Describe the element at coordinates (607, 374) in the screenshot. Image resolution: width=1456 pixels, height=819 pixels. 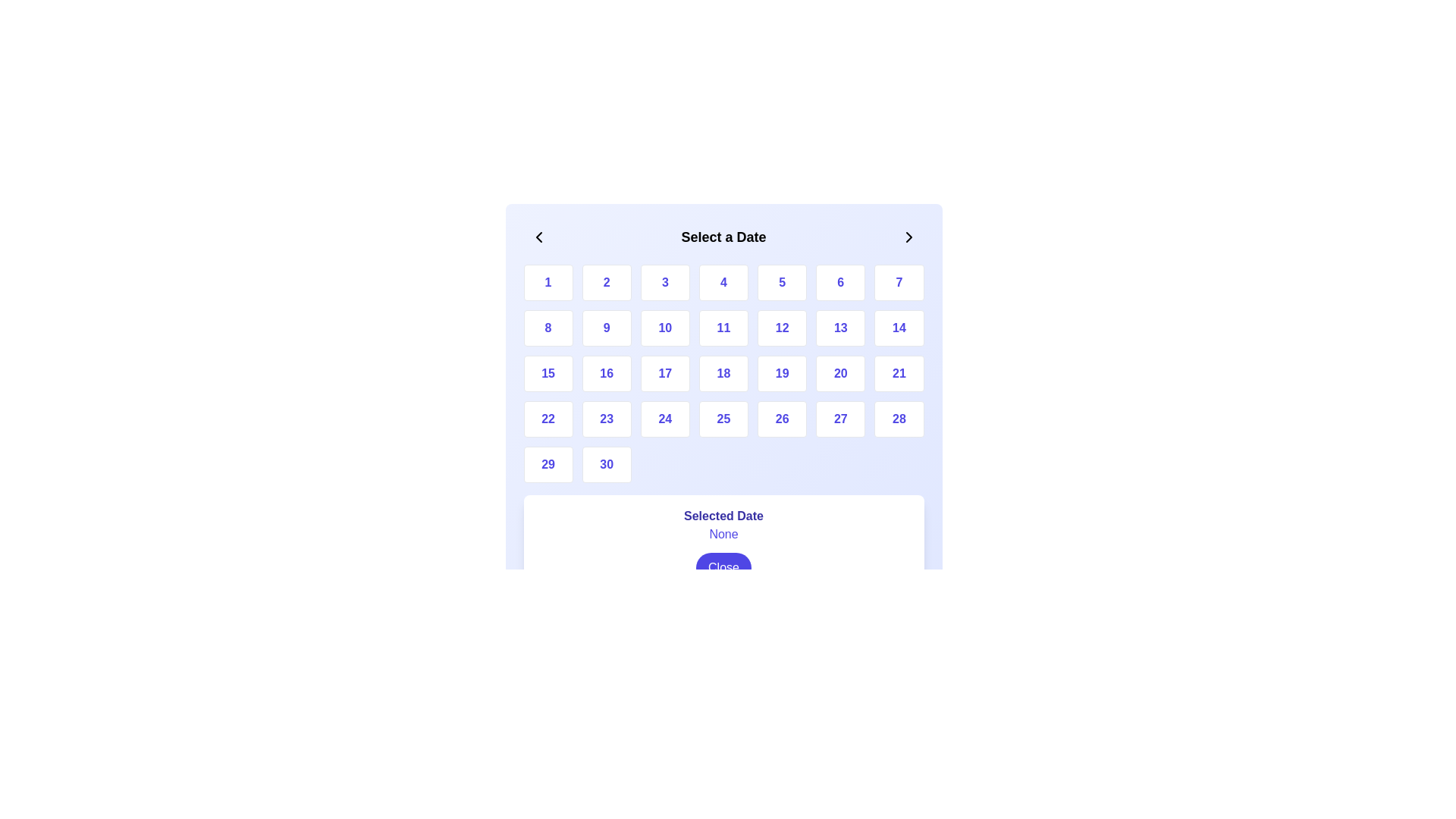
I see `the date selection button located in the third row and second column of the grid layout` at that location.